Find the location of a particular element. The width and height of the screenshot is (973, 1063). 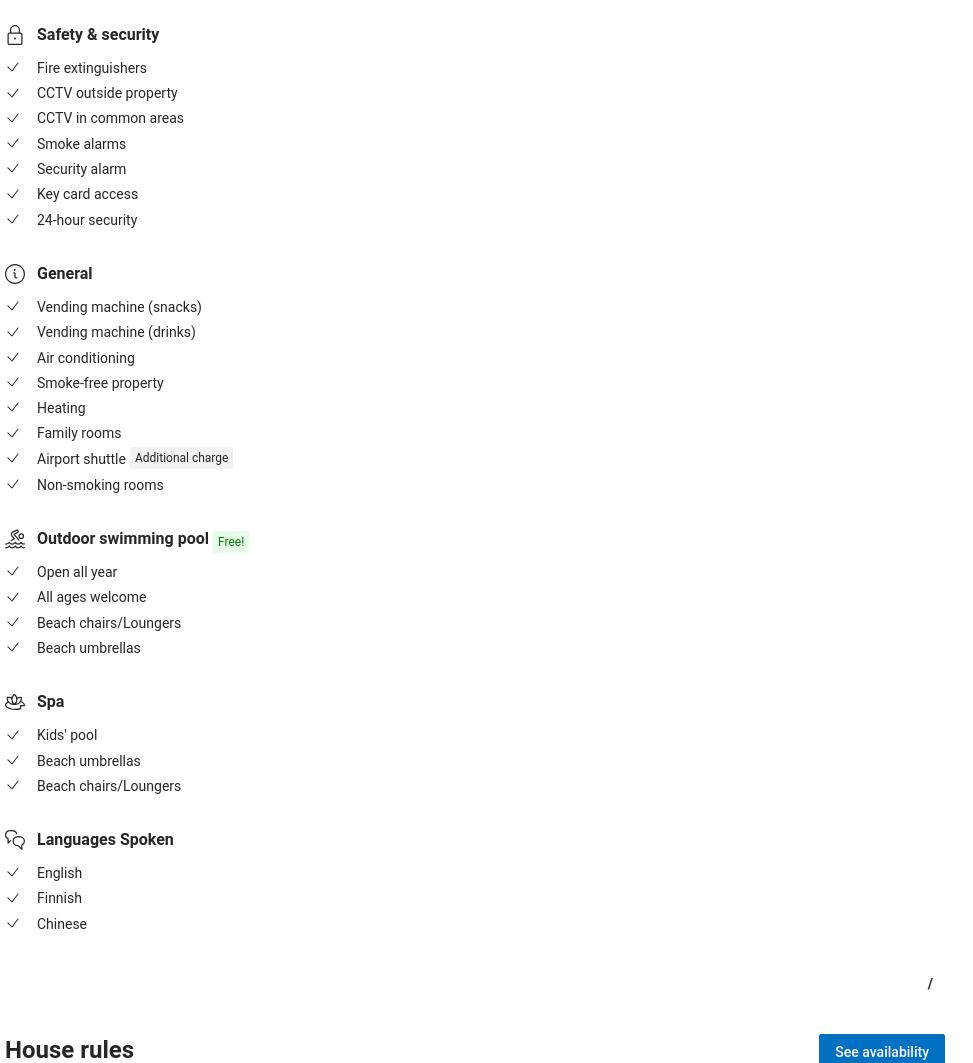

'Security alarm' is located at coordinates (80, 169).